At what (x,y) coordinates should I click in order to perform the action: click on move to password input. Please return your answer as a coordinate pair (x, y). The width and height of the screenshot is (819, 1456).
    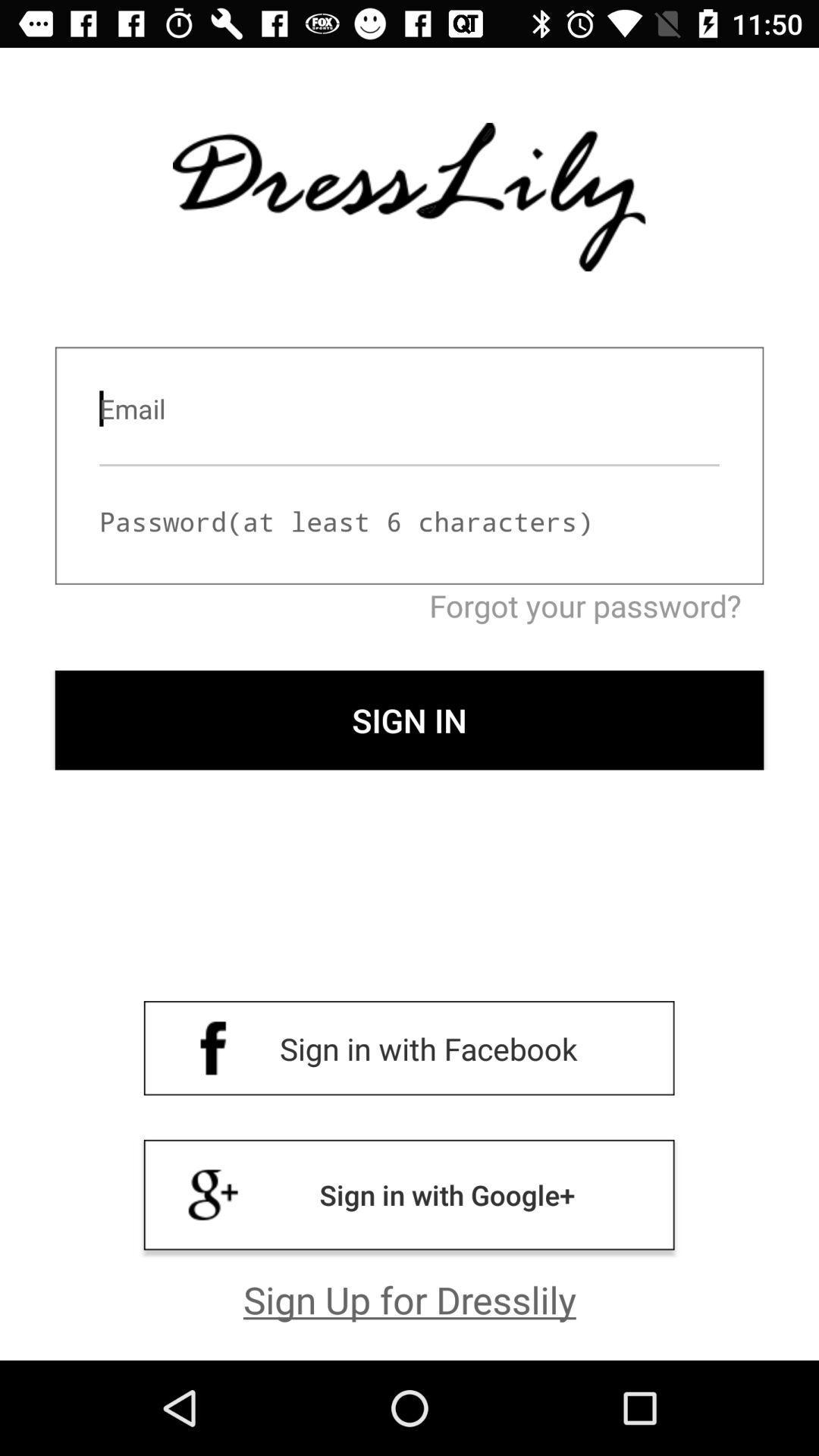
    Looking at the image, I should click on (409, 521).